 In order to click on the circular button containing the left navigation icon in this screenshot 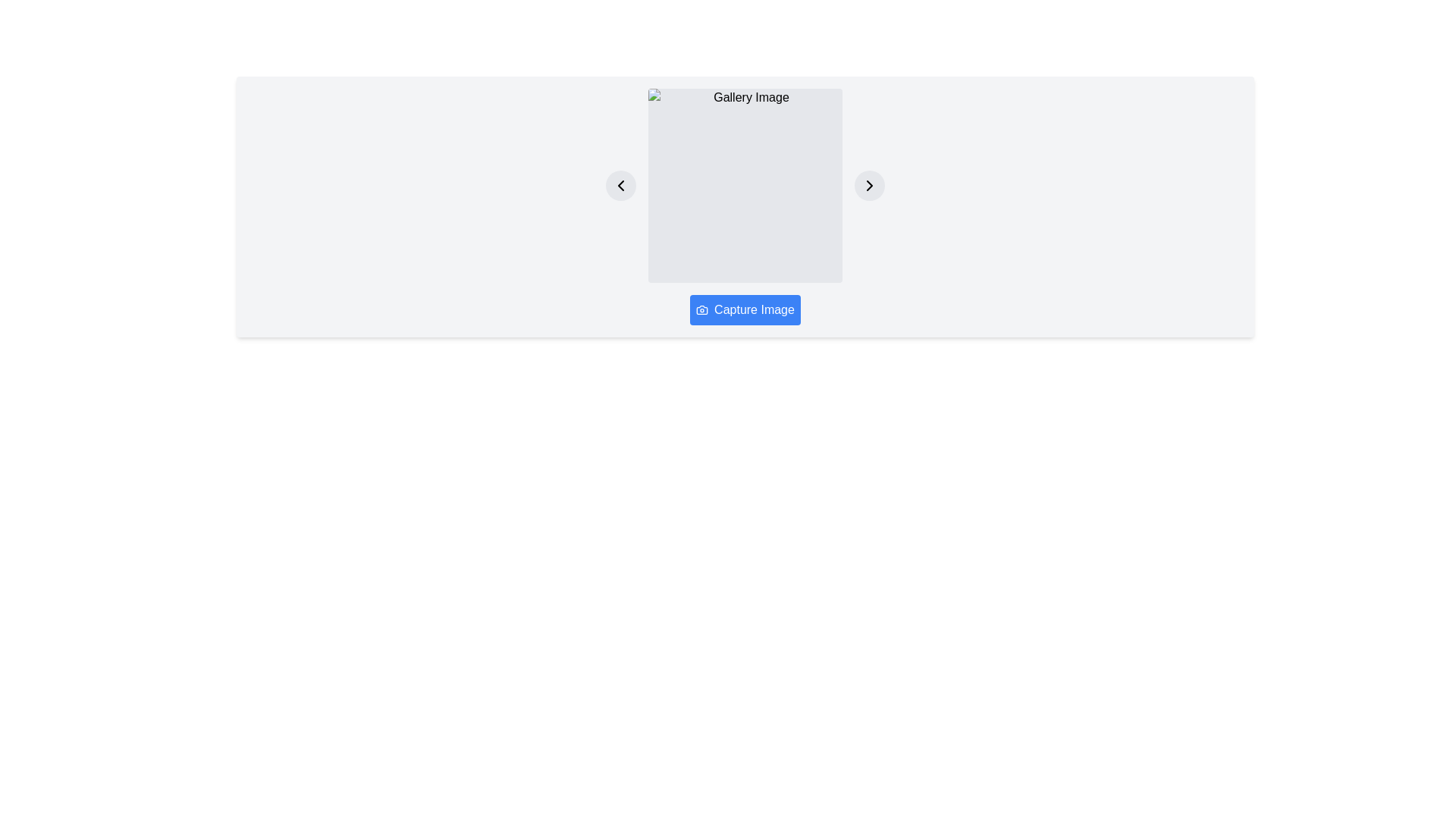, I will do `click(621, 185)`.